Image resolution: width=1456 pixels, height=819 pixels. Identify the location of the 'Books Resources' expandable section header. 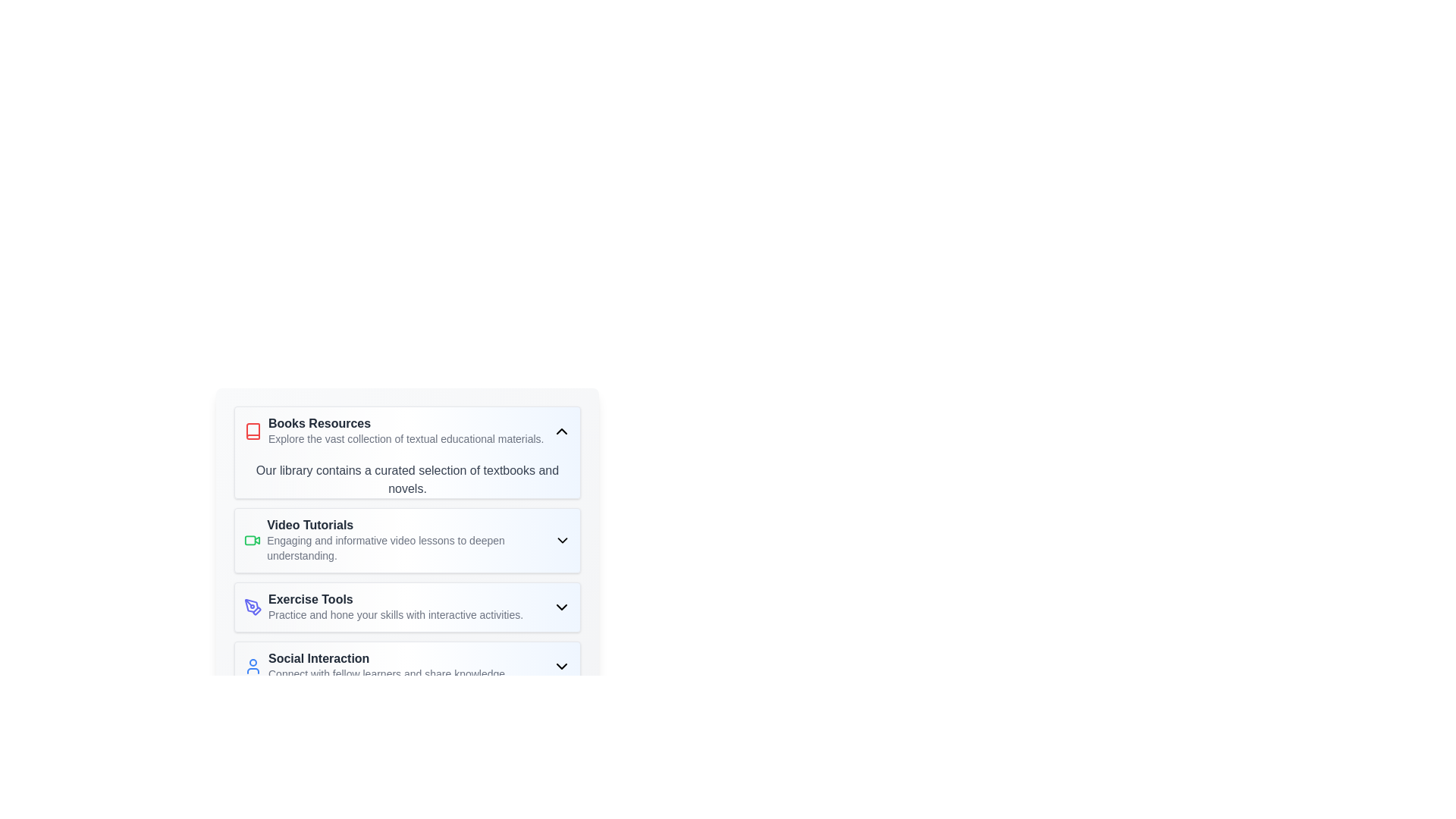
(407, 431).